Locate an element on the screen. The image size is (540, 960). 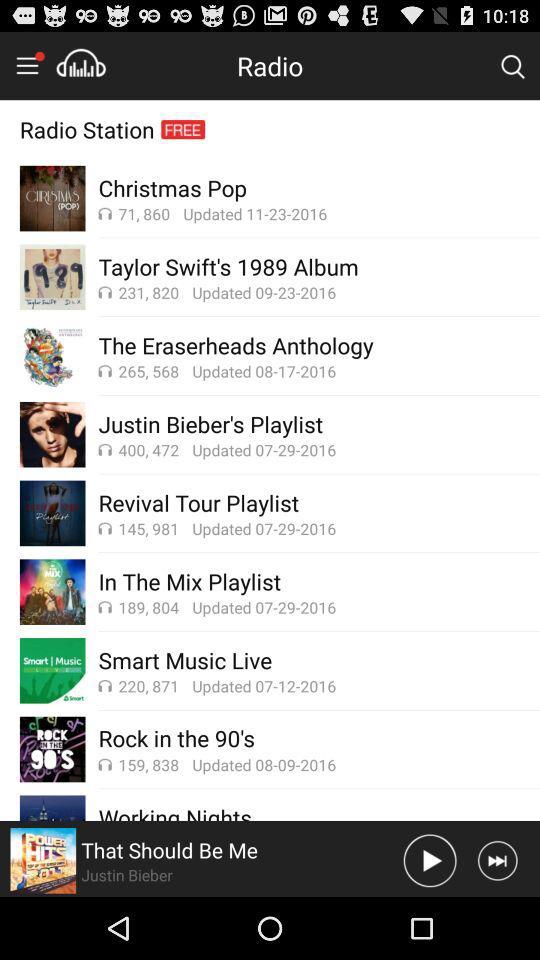
the music are reduce tension is located at coordinates (80, 65).